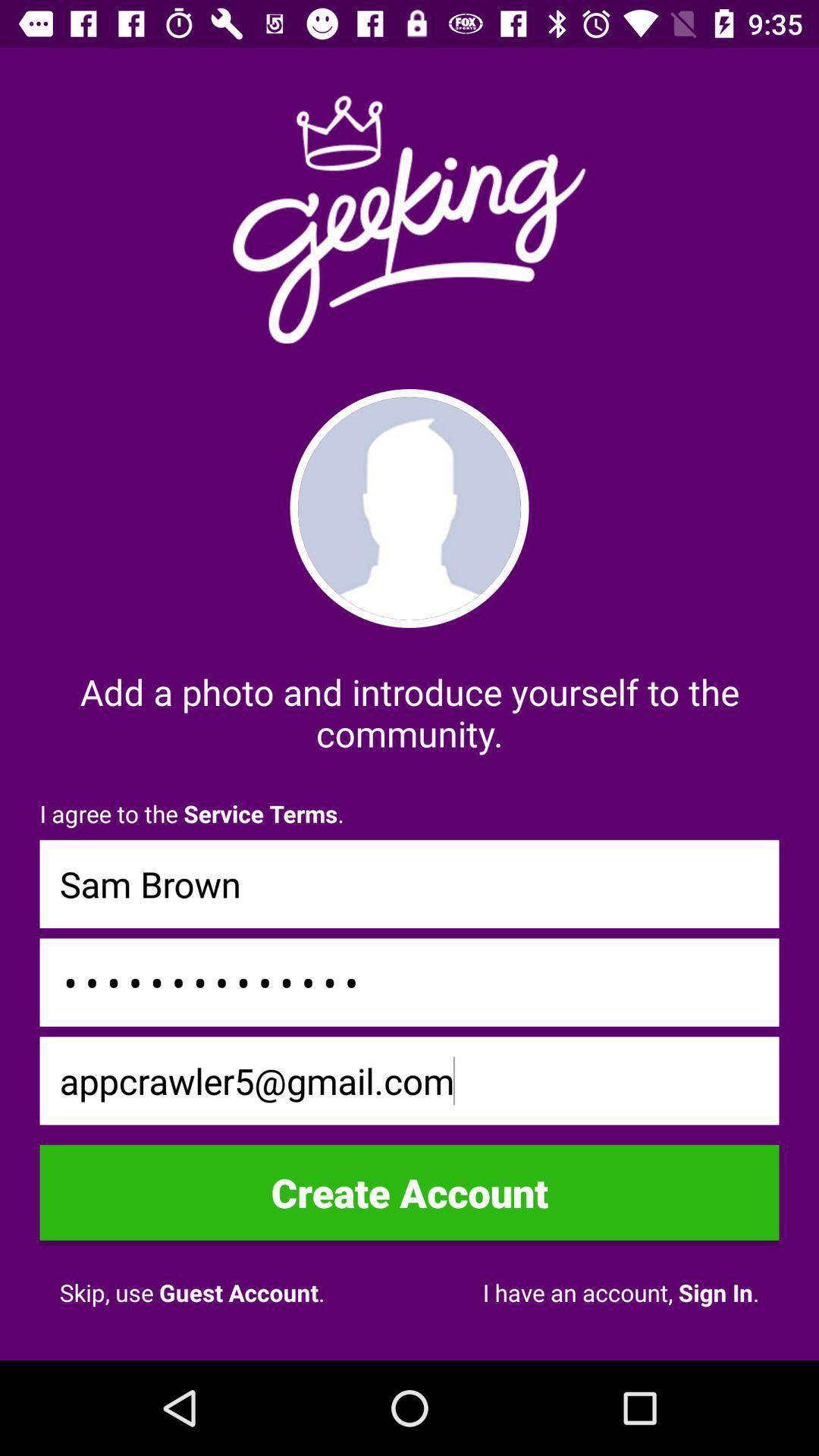 This screenshot has height=1456, width=819. I want to click on self photo, so click(409, 508).